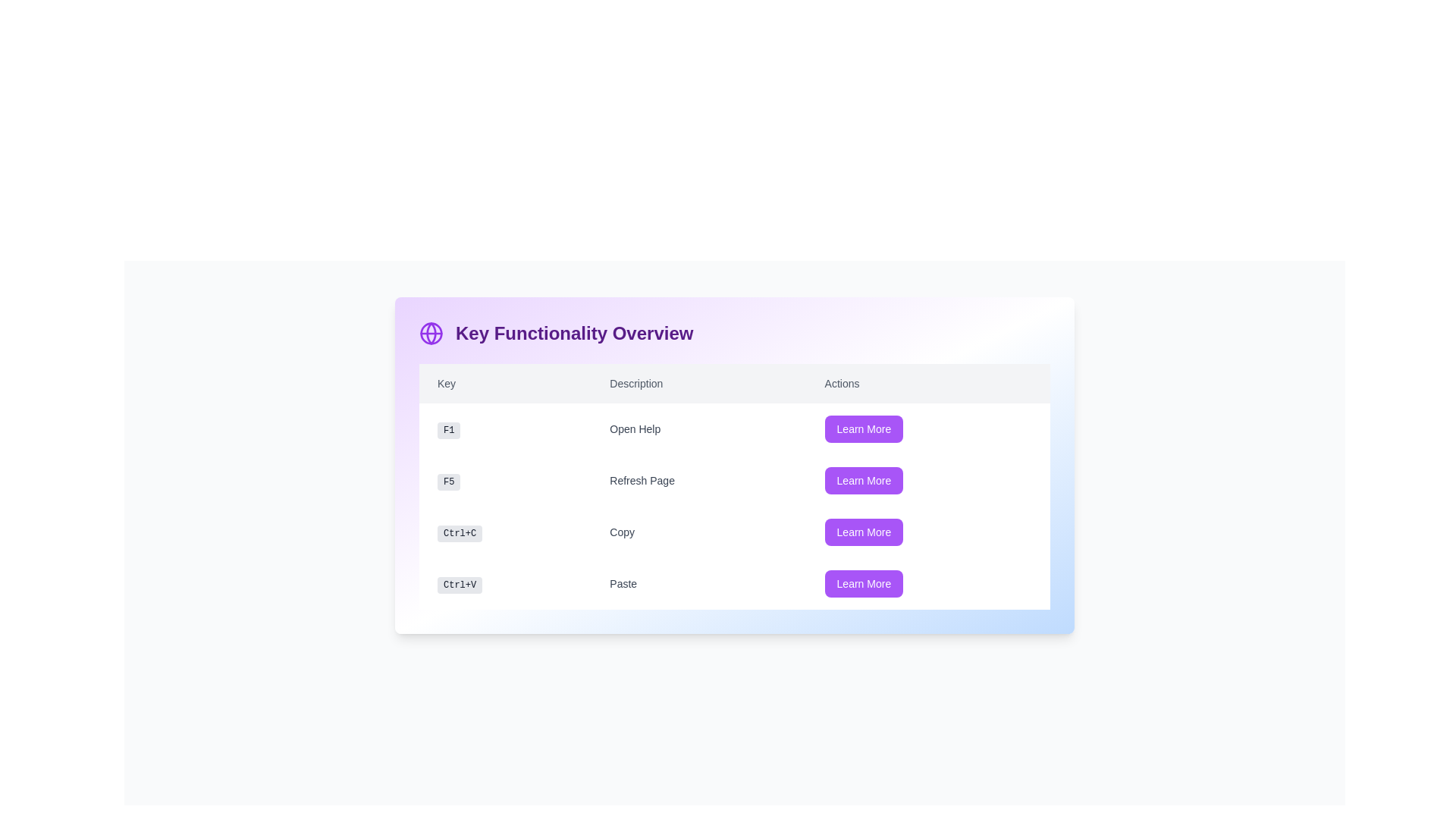 Image resolution: width=1456 pixels, height=819 pixels. Describe the element at coordinates (864, 532) in the screenshot. I see `the purple button labeled 'Learn More' located in the 'Actions' column of the table, which is the third button aligned horizontally with the 'Copy' row` at that location.